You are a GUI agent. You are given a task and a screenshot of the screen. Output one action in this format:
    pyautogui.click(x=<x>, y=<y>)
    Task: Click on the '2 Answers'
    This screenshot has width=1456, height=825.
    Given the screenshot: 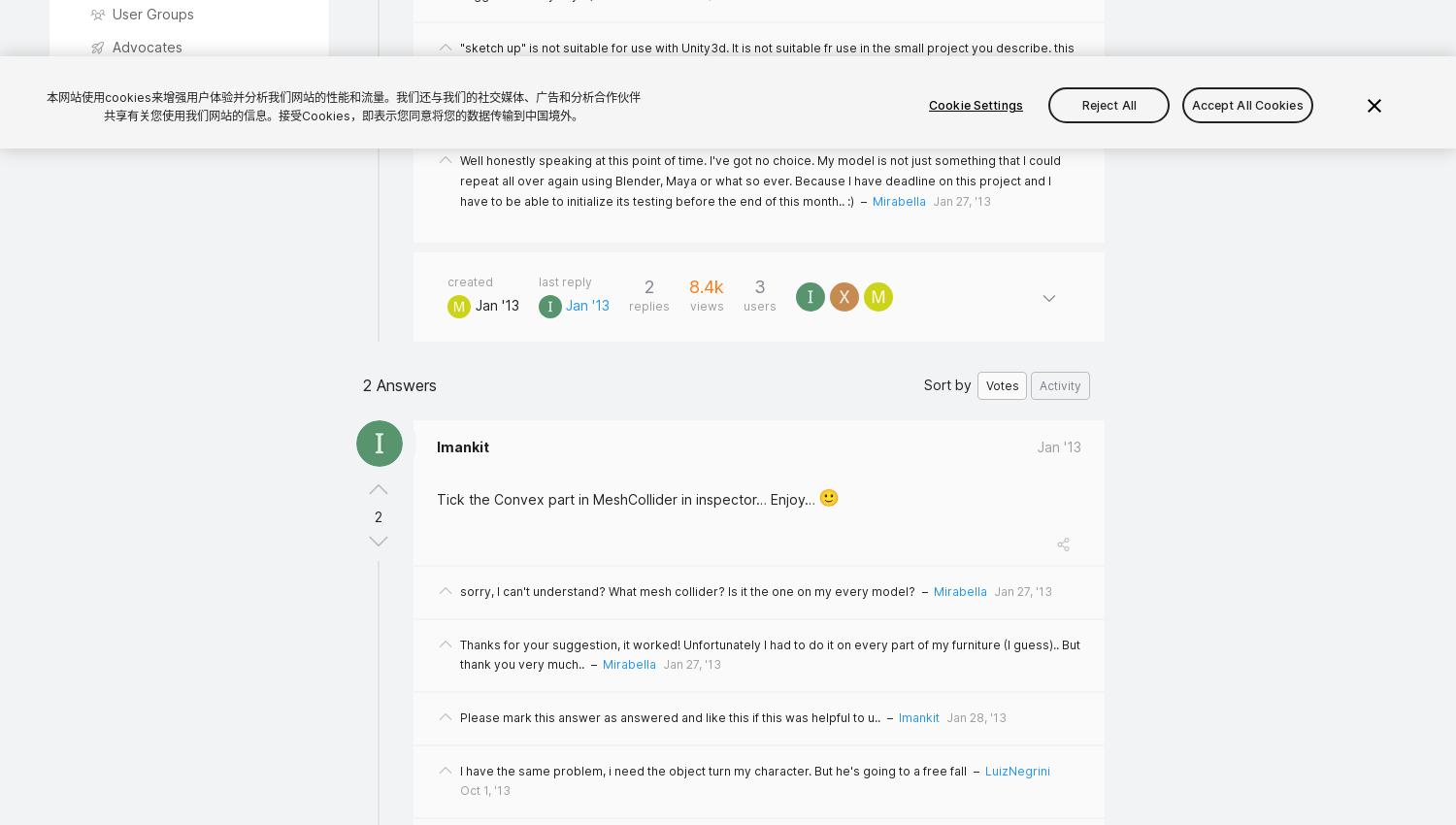 What is the action you would take?
    pyautogui.click(x=400, y=385)
    